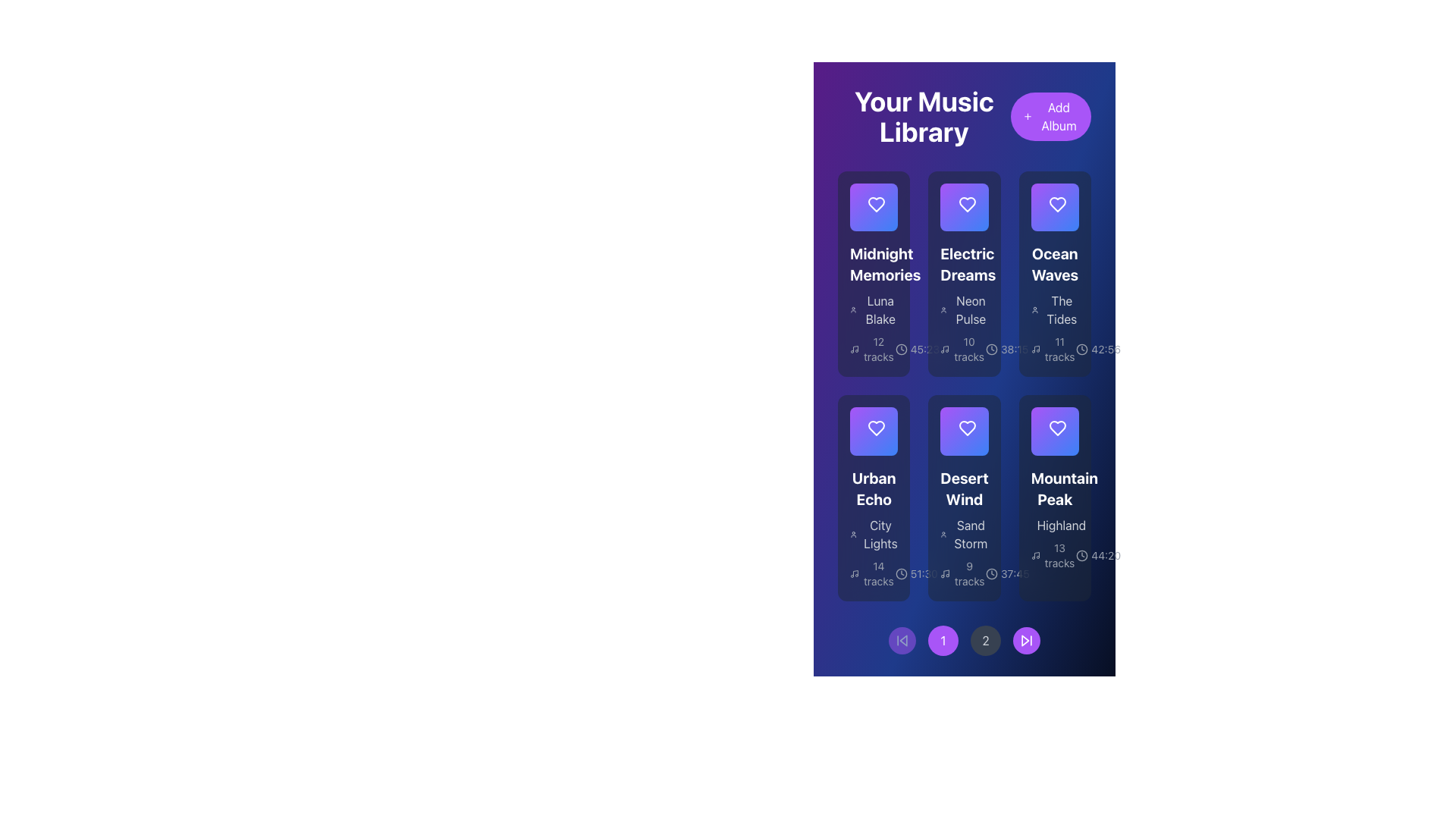 The width and height of the screenshot is (1456, 819). I want to click on the circular button with a purple background and a backward skip icon, so click(902, 640).